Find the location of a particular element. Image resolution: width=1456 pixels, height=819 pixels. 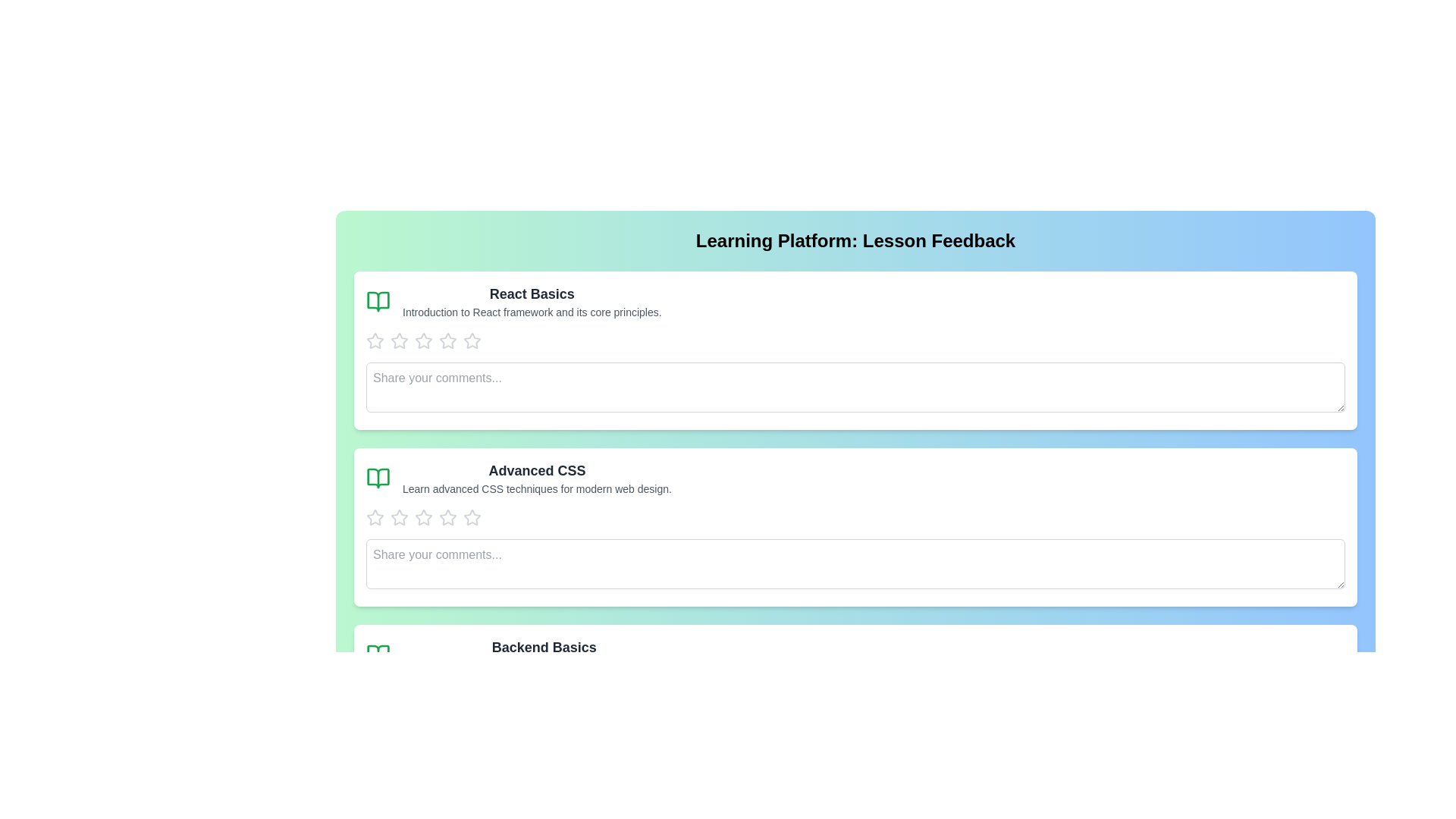

the inactive star icon, which is an outlined gray star in the 'Advanced CSS' section is located at coordinates (447, 516).